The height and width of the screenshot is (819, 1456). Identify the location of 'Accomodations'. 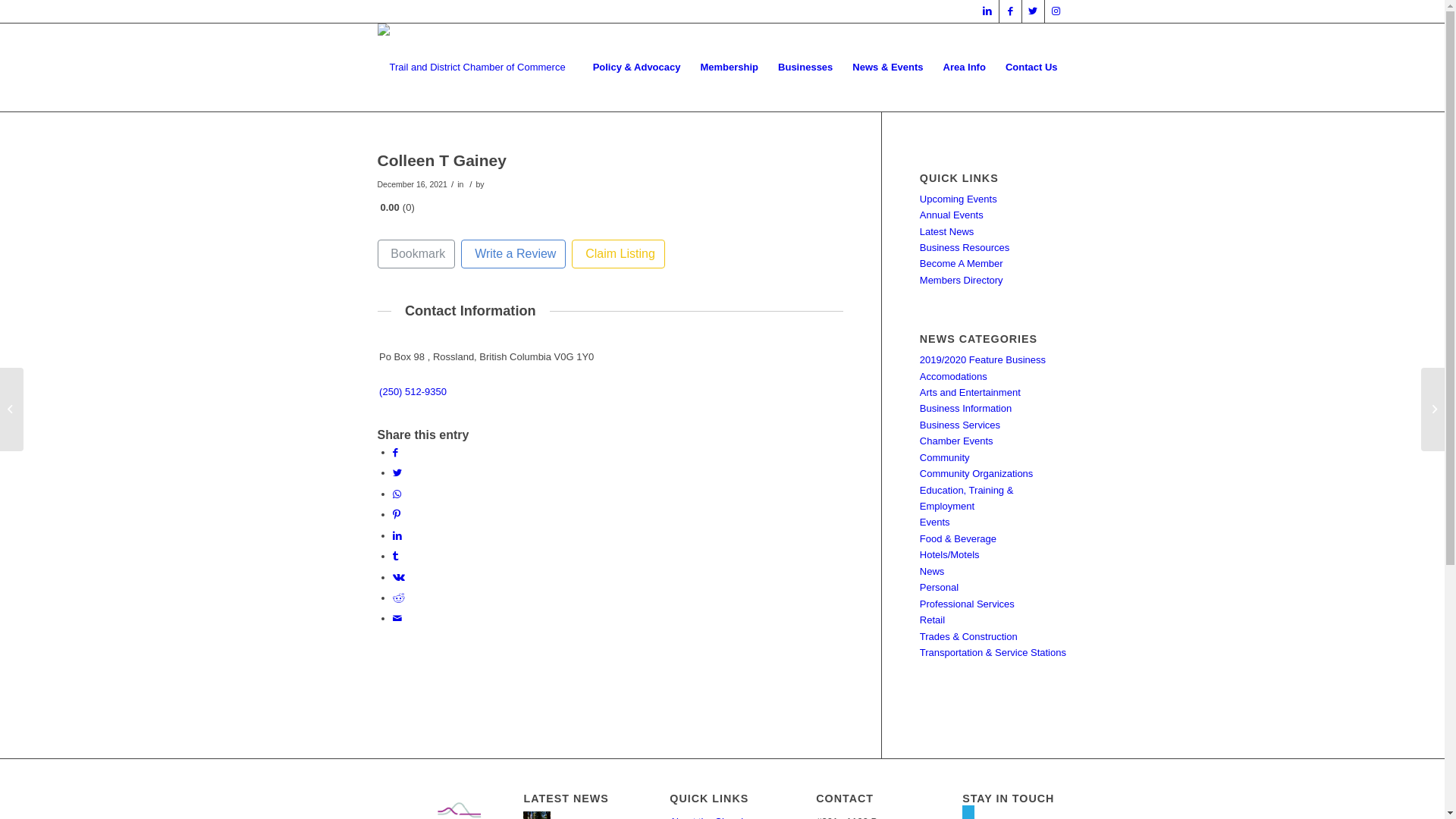
(952, 375).